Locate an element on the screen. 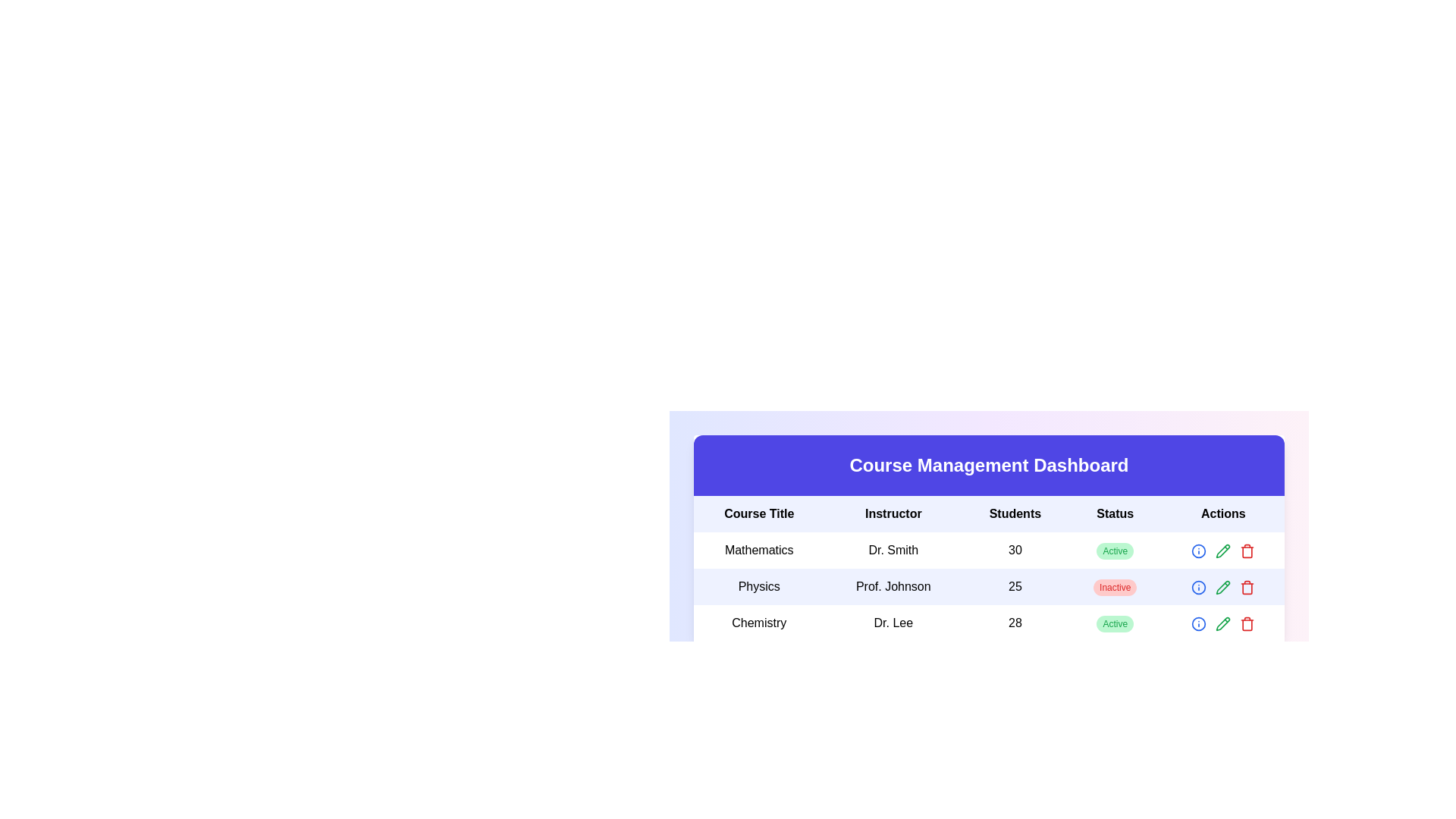 The width and height of the screenshot is (1456, 819). the third icon in the actions column of the course management dashboard, which allows users is located at coordinates (1223, 623).